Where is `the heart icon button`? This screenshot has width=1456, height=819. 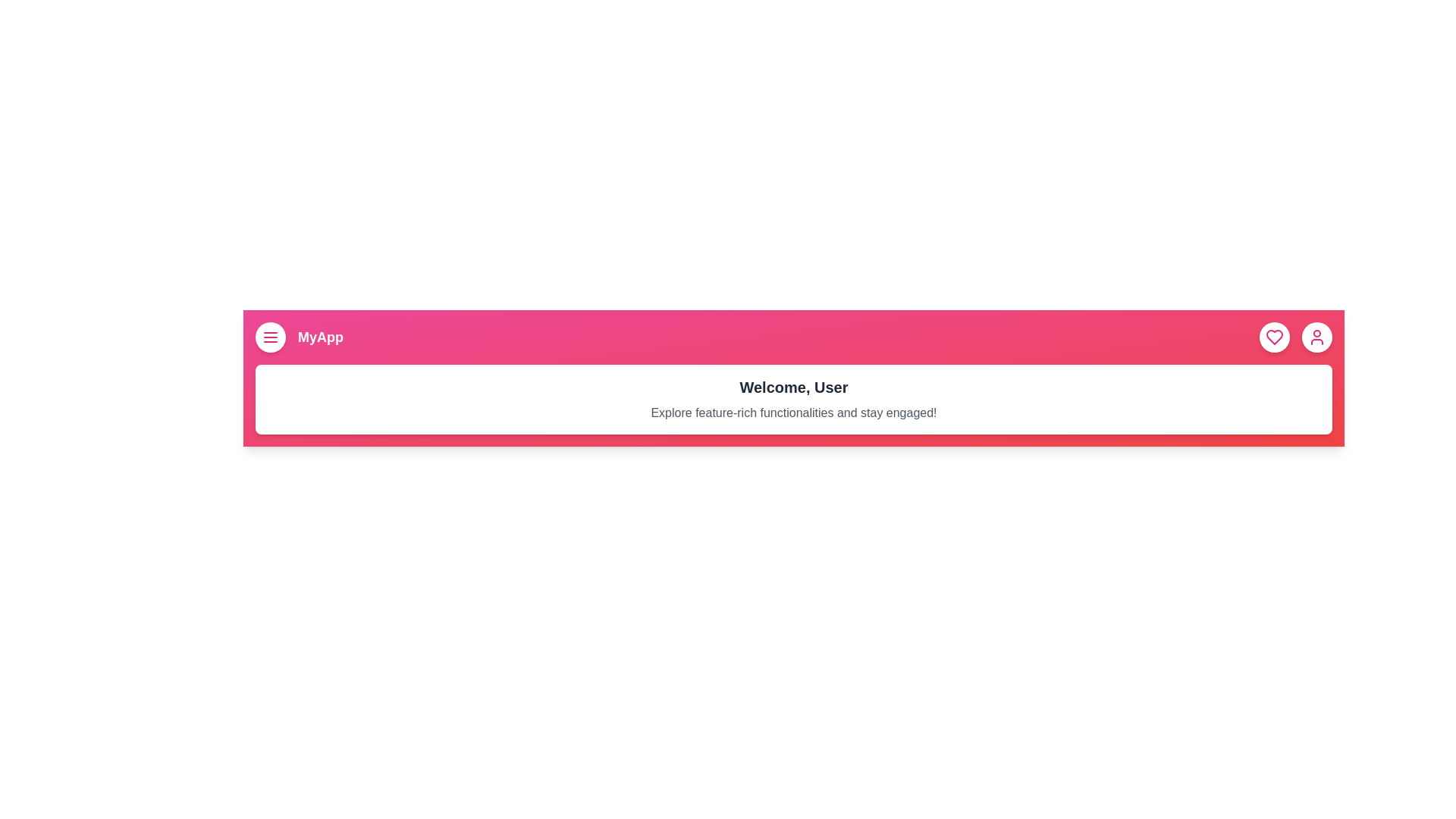 the heart icon button is located at coordinates (1274, 336).